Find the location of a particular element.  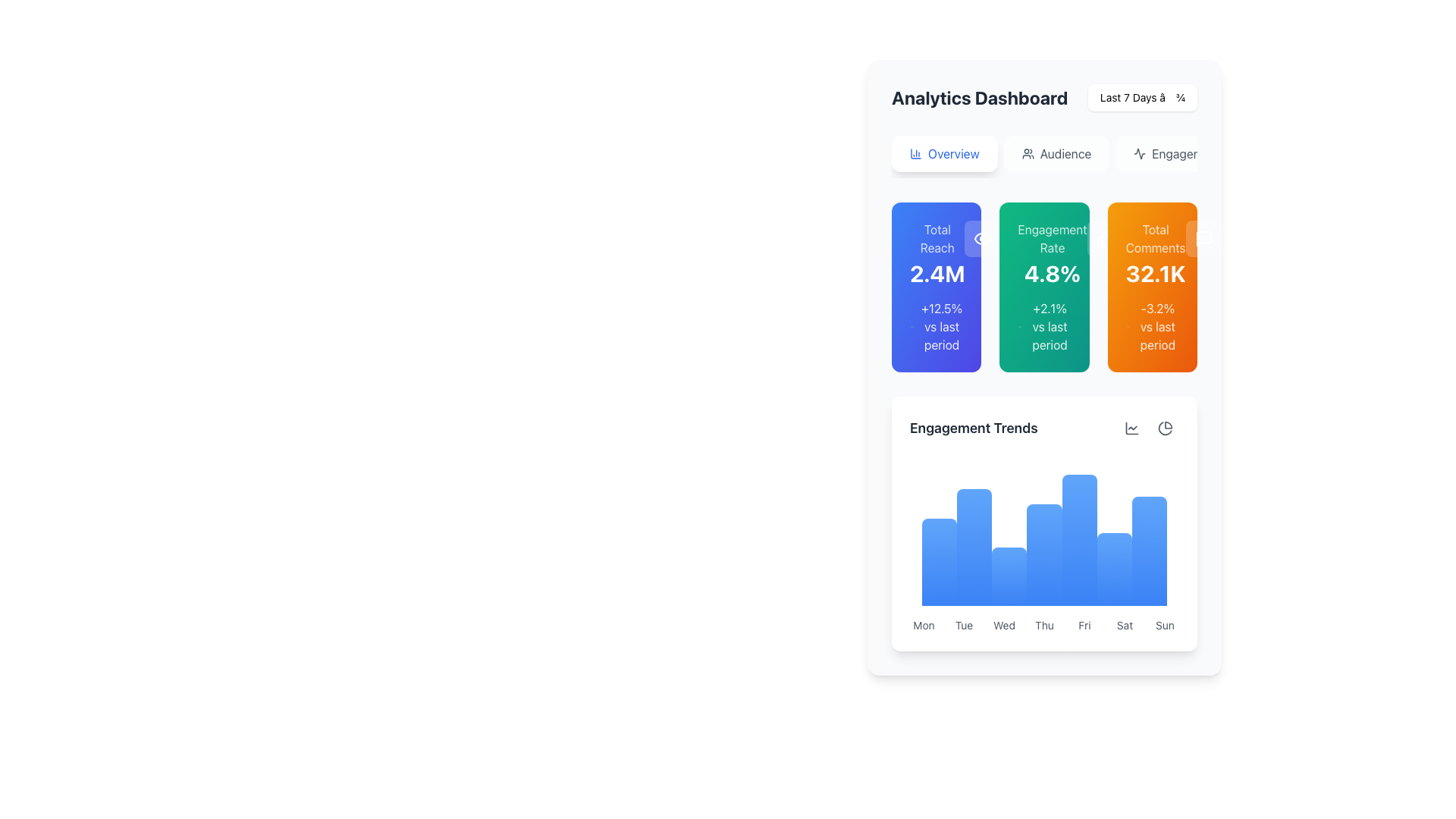

the 'Audience' button, which is the second button in the top navigation bar styled with a rounded rectangular shape and contains a gray user icon followed by the text 'Audience' is located at coordinates (1056, 154).